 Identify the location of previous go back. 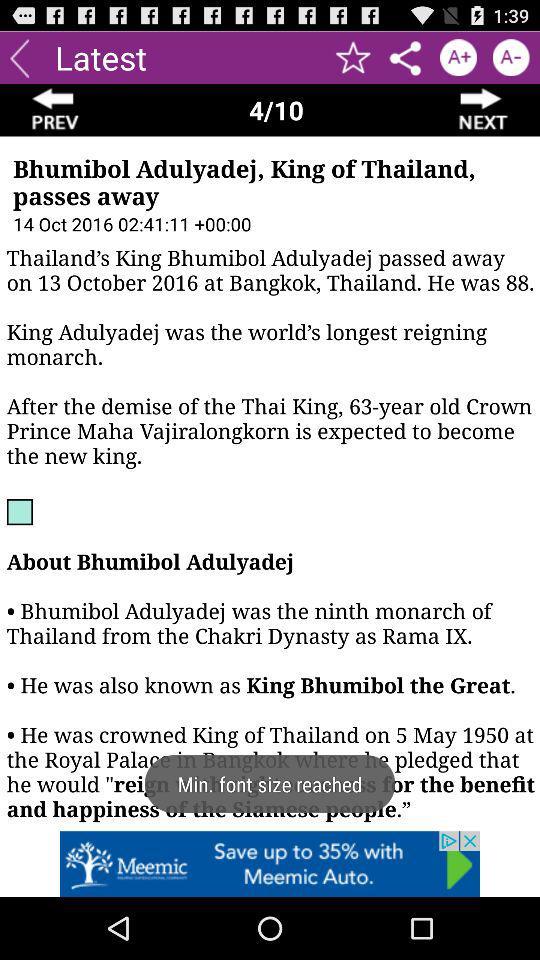
(55, 110).